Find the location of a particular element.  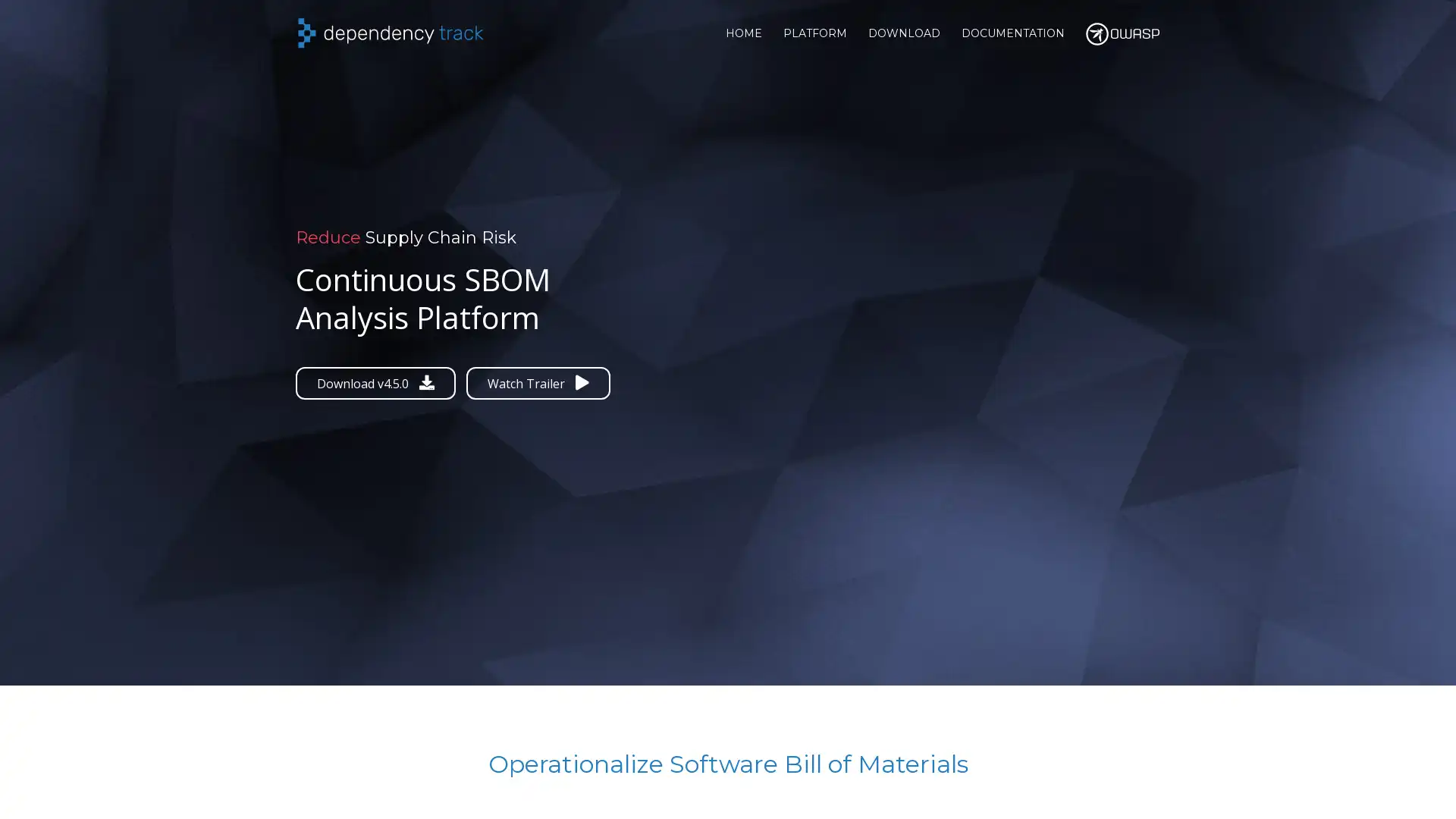

Download v4.5.0 is located at coordinates (375, 382).